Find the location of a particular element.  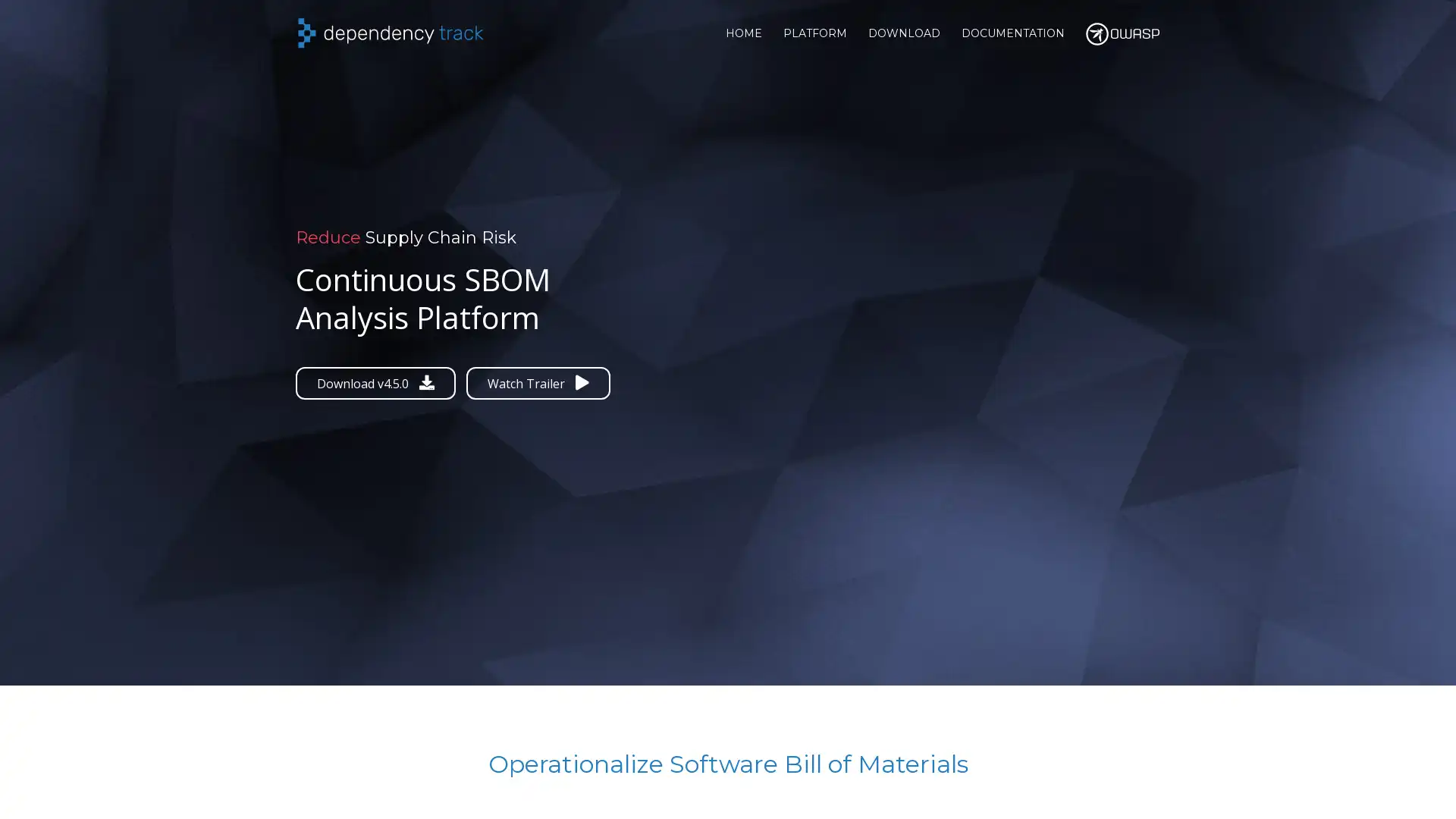

Download v4.5.0 is located at coordinates (375, 382).